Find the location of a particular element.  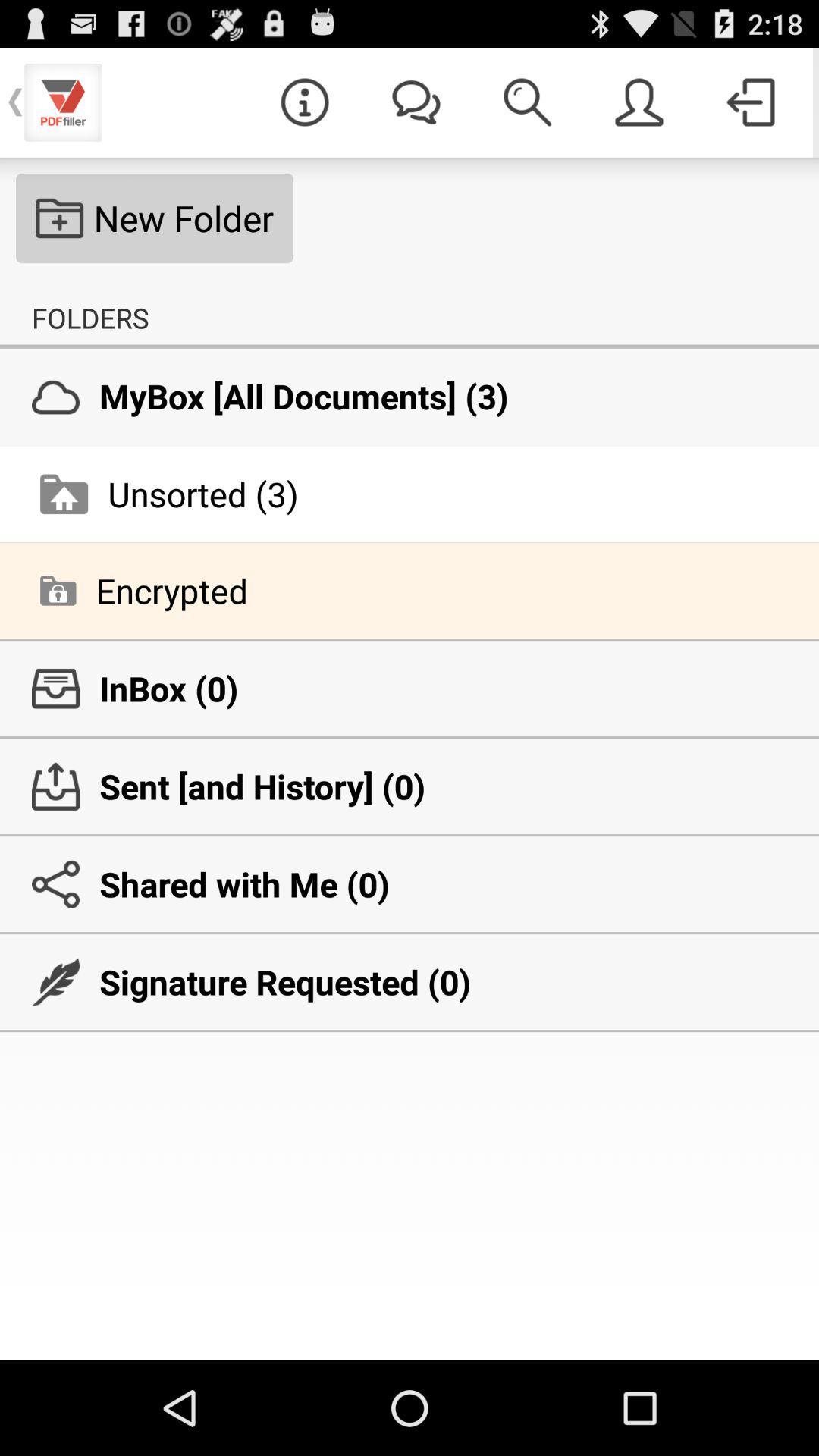

mybox all documents icon is located at coordinates (409, 396).